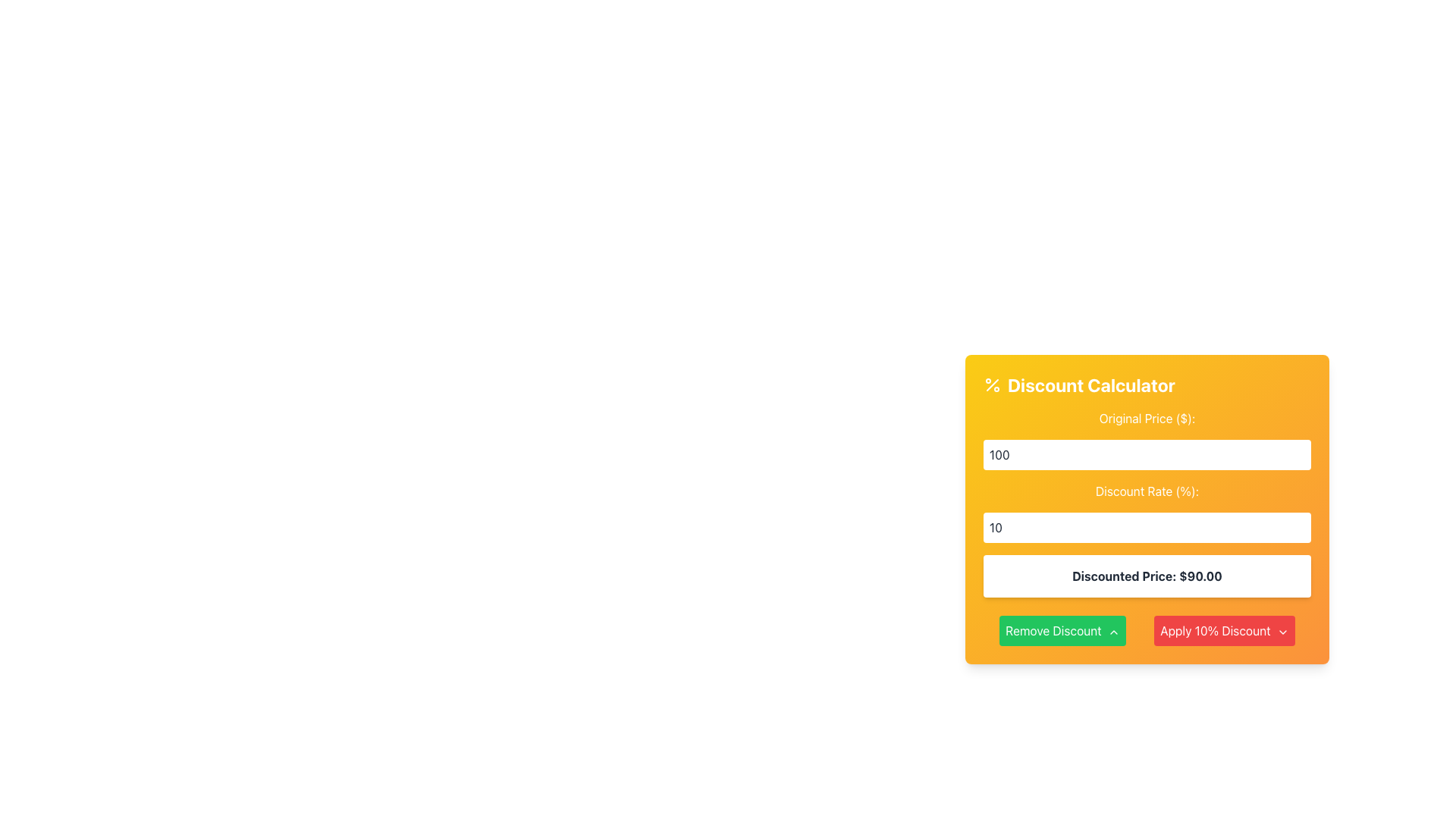 Image resolution: width=1456 pixels, height=819 pixels. Describe the element at coordinates (1147, 526) in the screenshot. I see `the Numeric Input Field for the 'Discount Rate (%)' located below the 'Original Price ($)' input box in the yellow calculator section` at that location.